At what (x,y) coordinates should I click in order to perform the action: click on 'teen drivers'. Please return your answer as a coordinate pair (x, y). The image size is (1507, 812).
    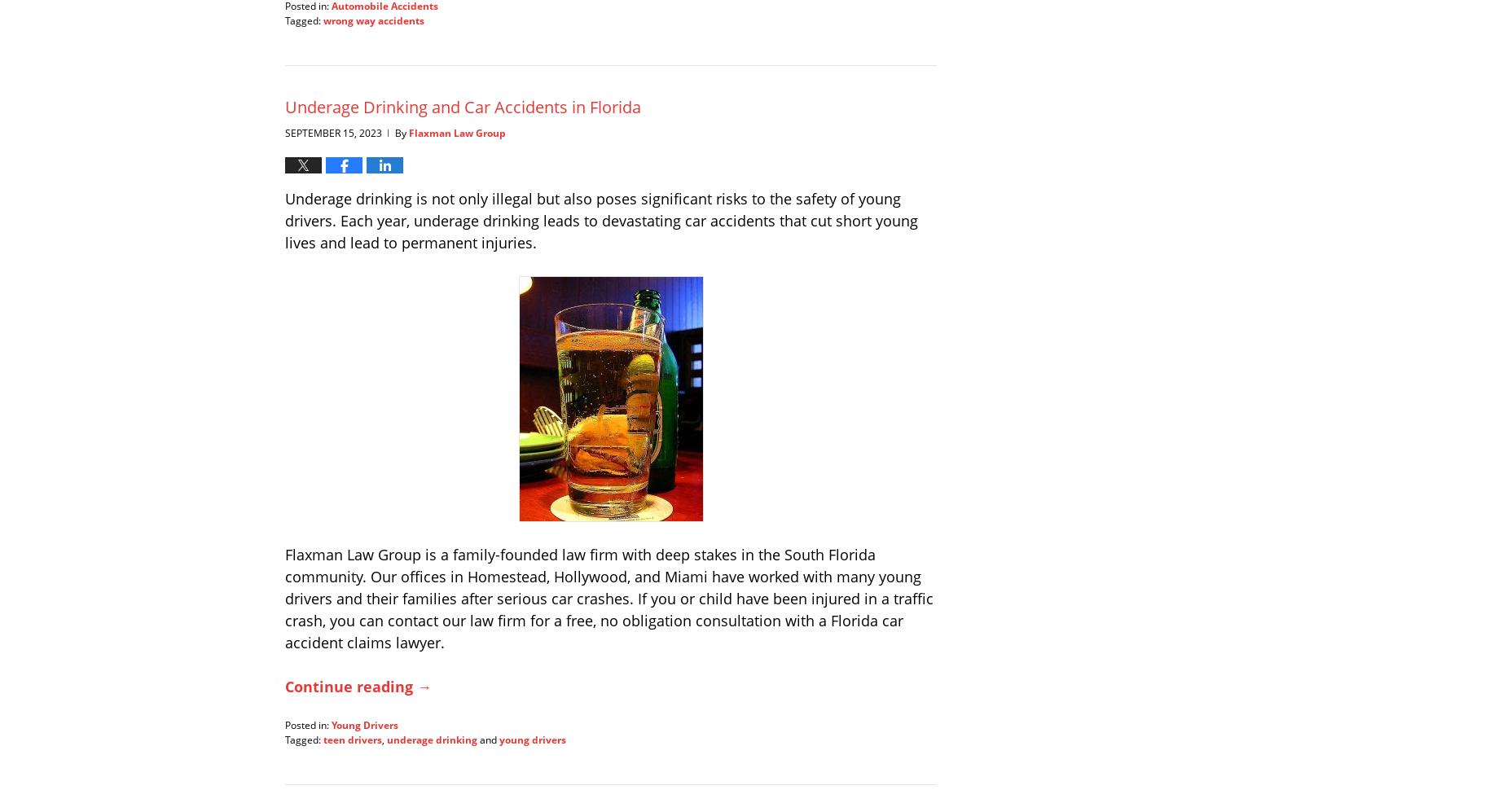
    Looking at the image, I should click on (352, 739).